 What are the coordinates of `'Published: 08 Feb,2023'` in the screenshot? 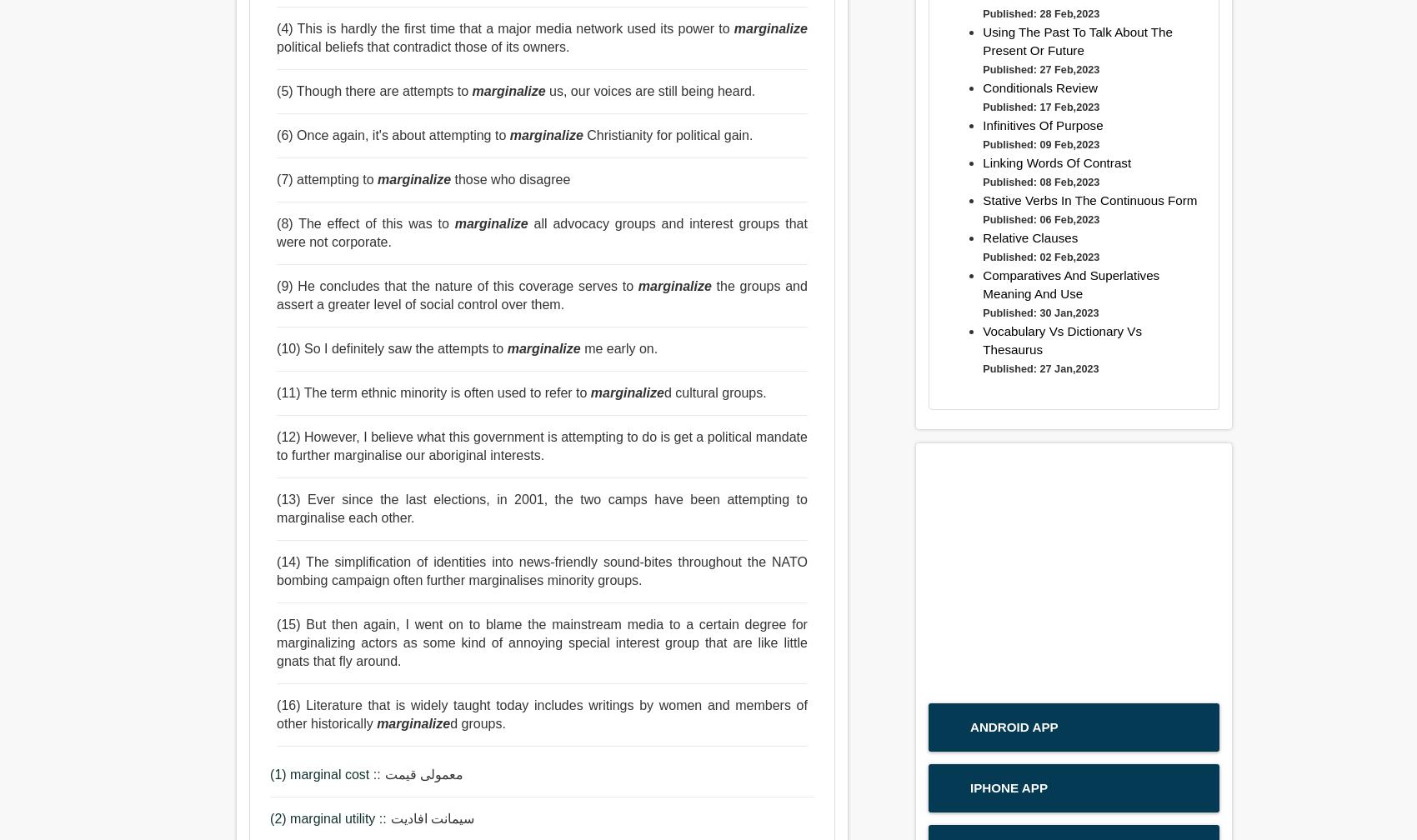 It's located at (1039, 182).